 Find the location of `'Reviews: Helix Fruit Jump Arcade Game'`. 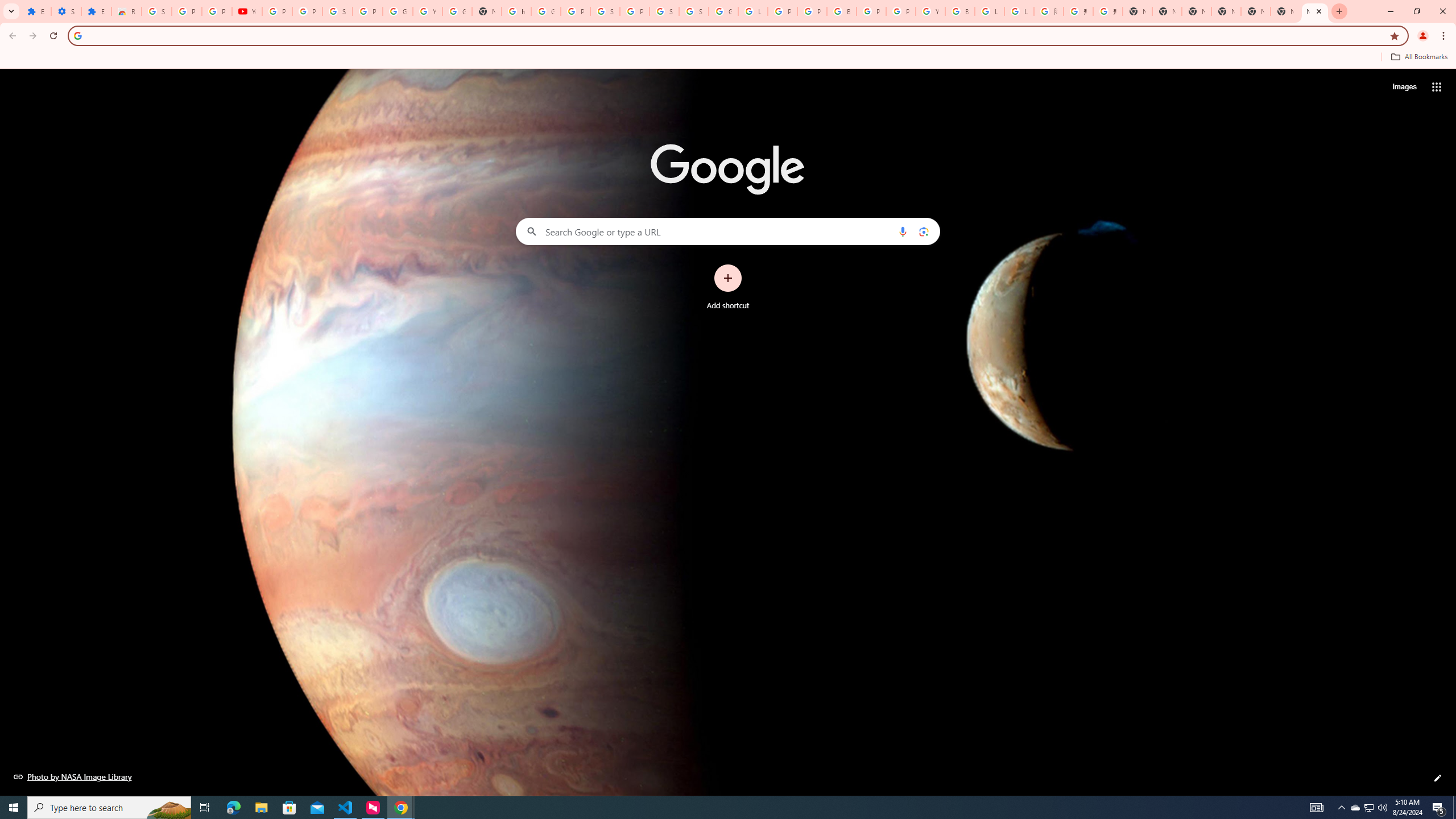

'Reviews: Helix Fruit Jump Arcade Game' is located at coordinates (126, 11).